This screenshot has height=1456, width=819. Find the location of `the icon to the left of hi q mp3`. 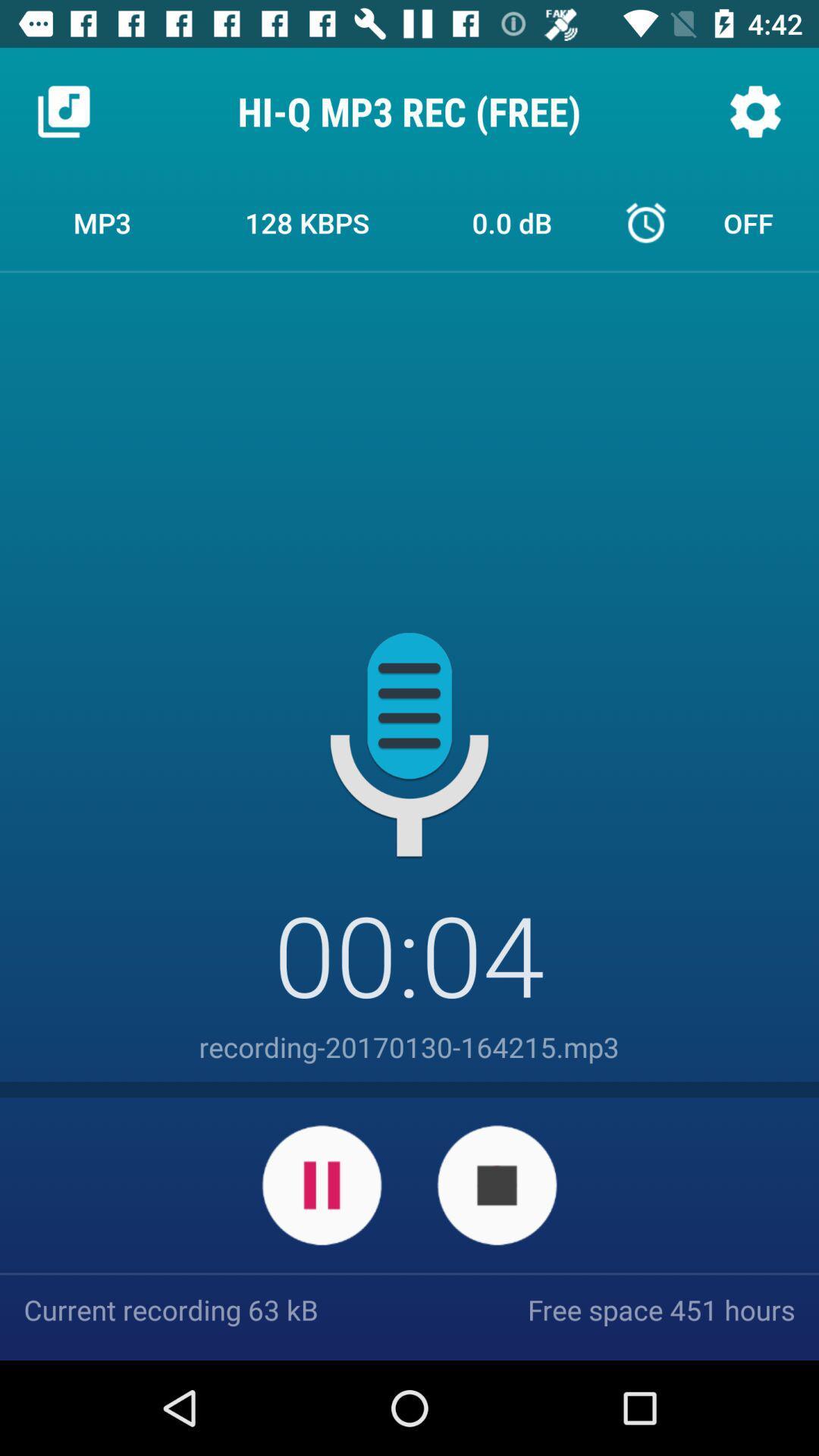

the icon to the left of hi q mp3 is located at coordinates (63, 111).